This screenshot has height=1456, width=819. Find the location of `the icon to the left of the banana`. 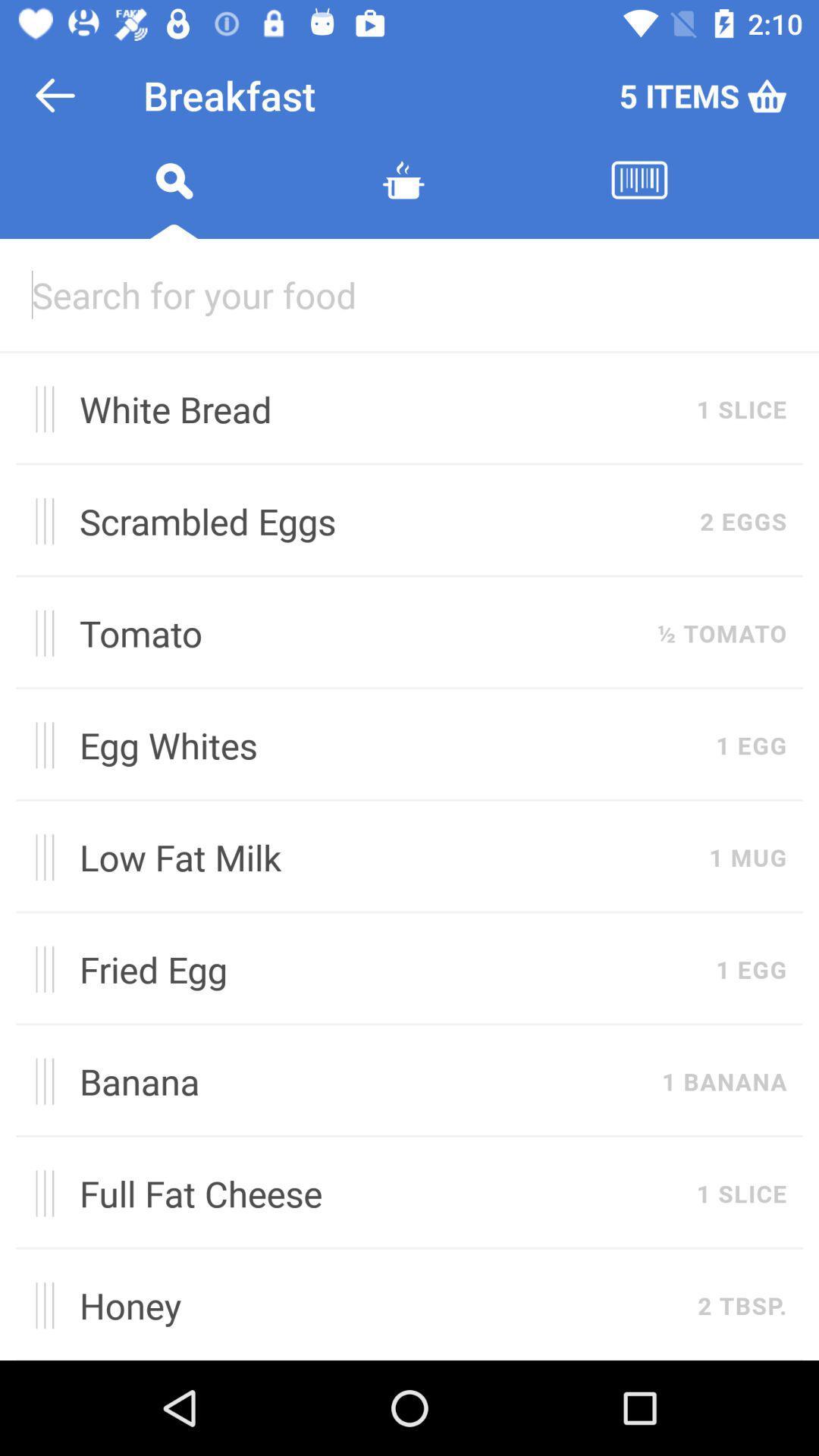

the icon to the left of the banana is located at coordinates (39, 1081).